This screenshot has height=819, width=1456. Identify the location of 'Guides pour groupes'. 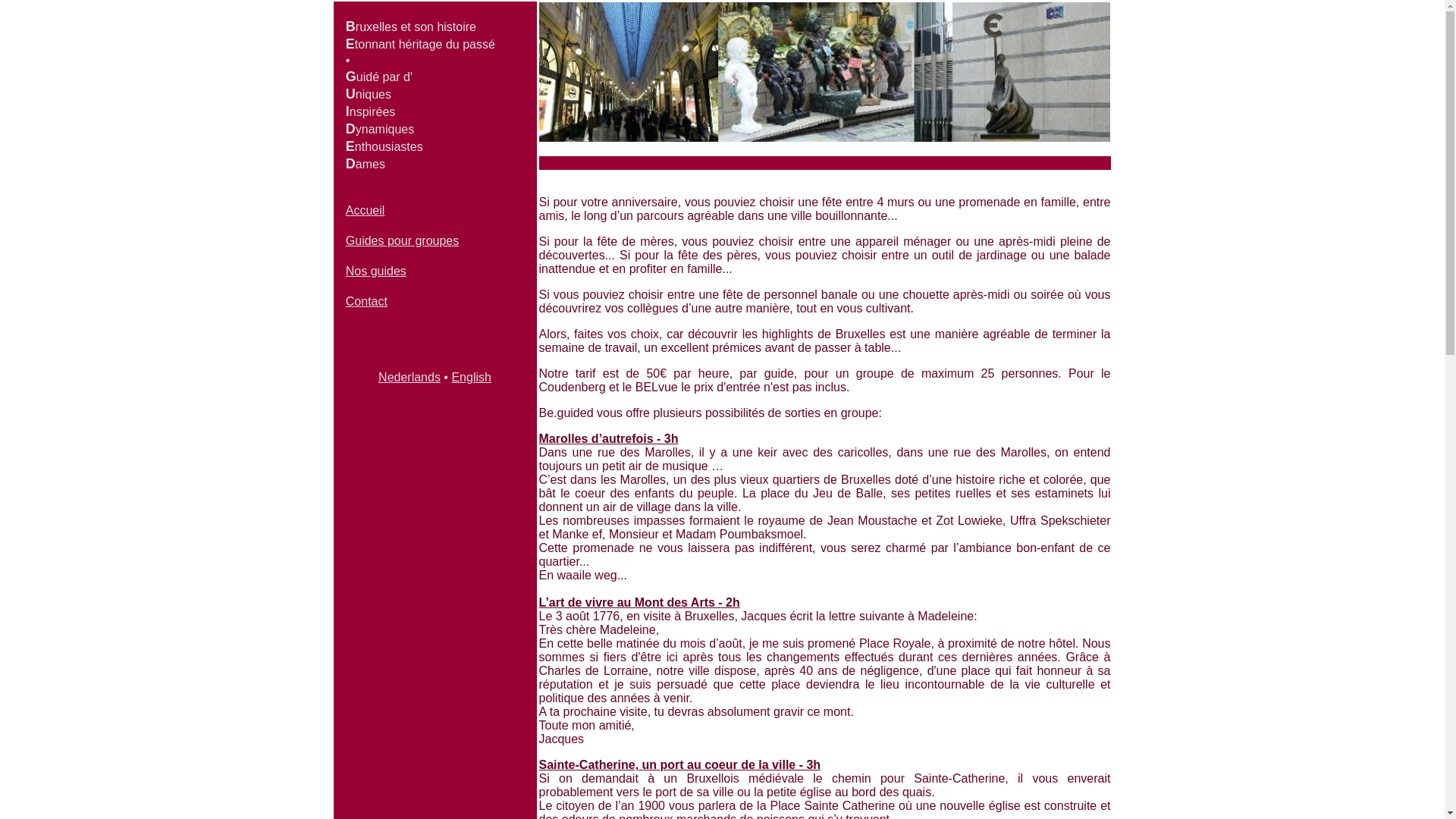
(345, 240).